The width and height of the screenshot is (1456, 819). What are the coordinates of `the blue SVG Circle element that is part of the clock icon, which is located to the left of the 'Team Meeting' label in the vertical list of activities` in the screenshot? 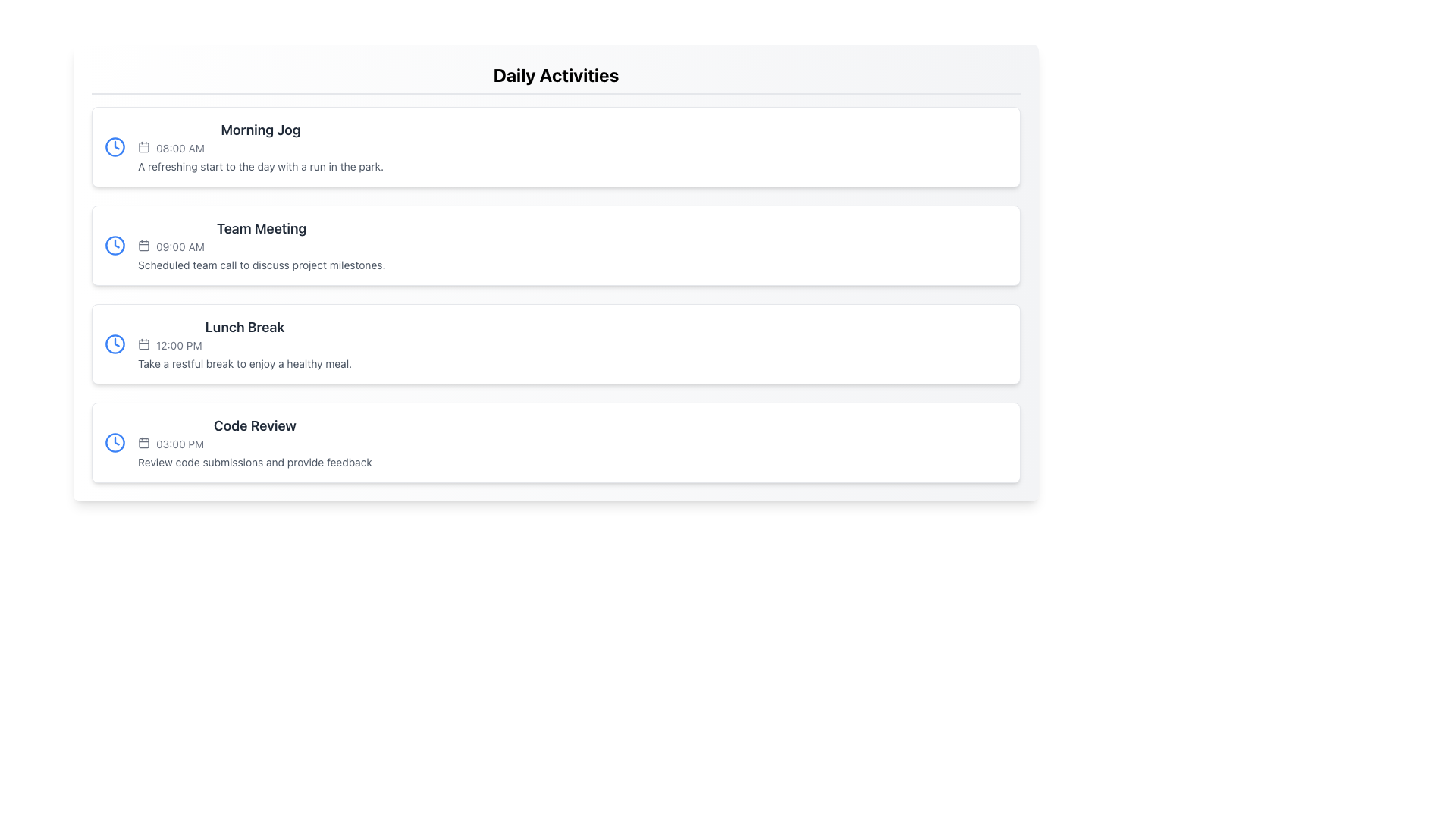 It's located at (115, 245).